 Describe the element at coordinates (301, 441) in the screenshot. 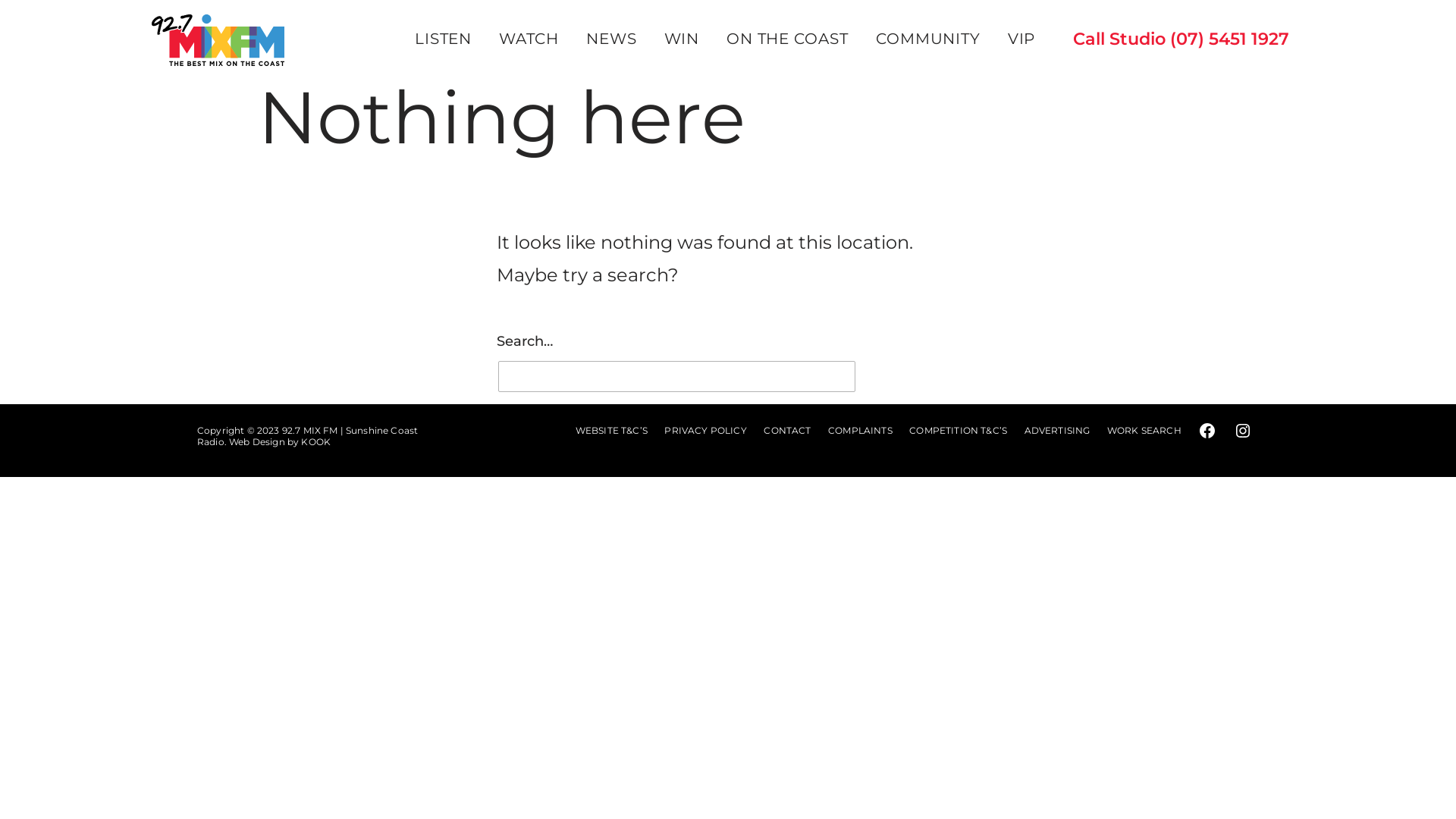

I see `'KOOK'` at that location.